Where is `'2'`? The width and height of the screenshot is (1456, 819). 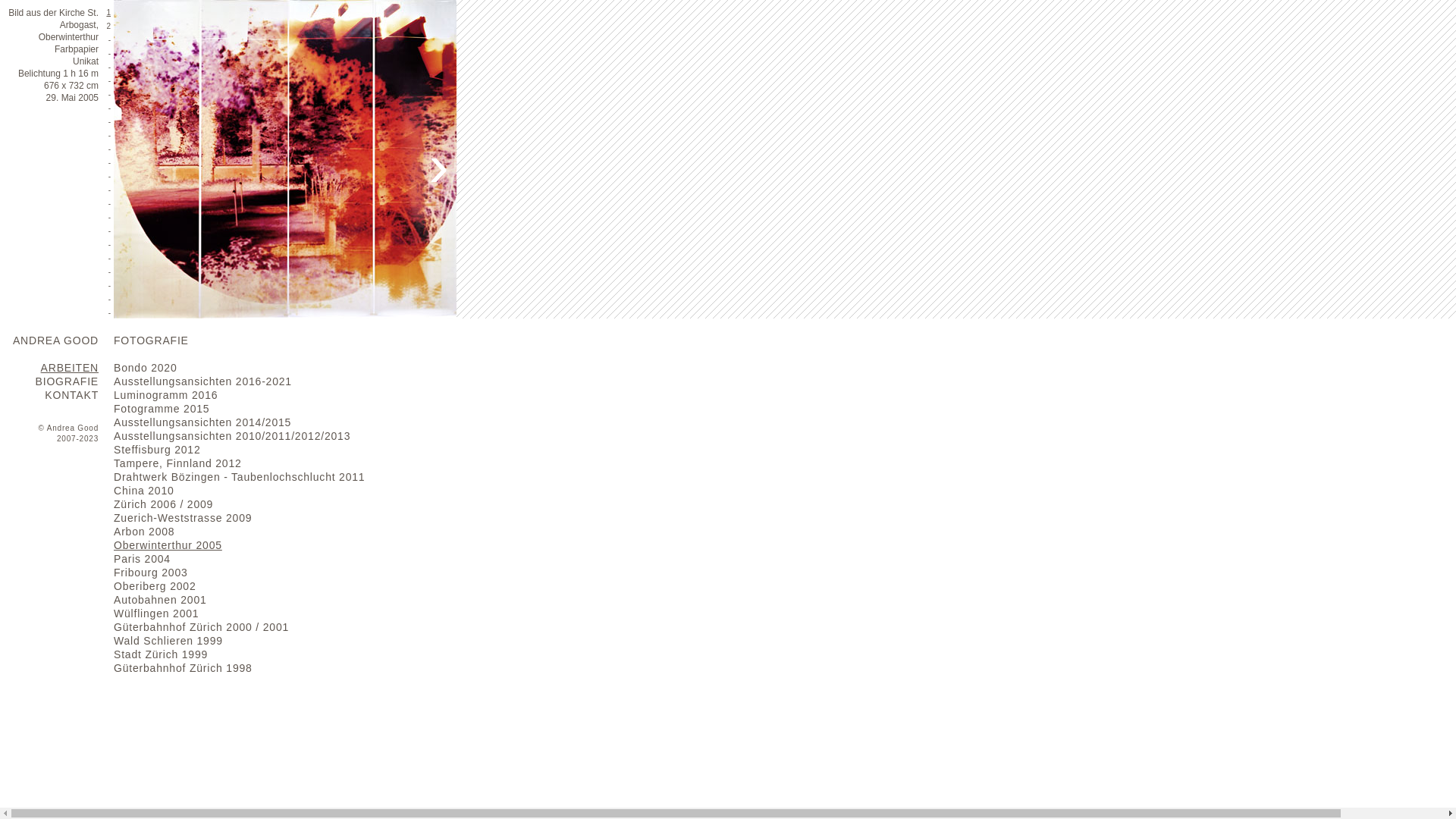
'2' is located at coordinates (108, 26).